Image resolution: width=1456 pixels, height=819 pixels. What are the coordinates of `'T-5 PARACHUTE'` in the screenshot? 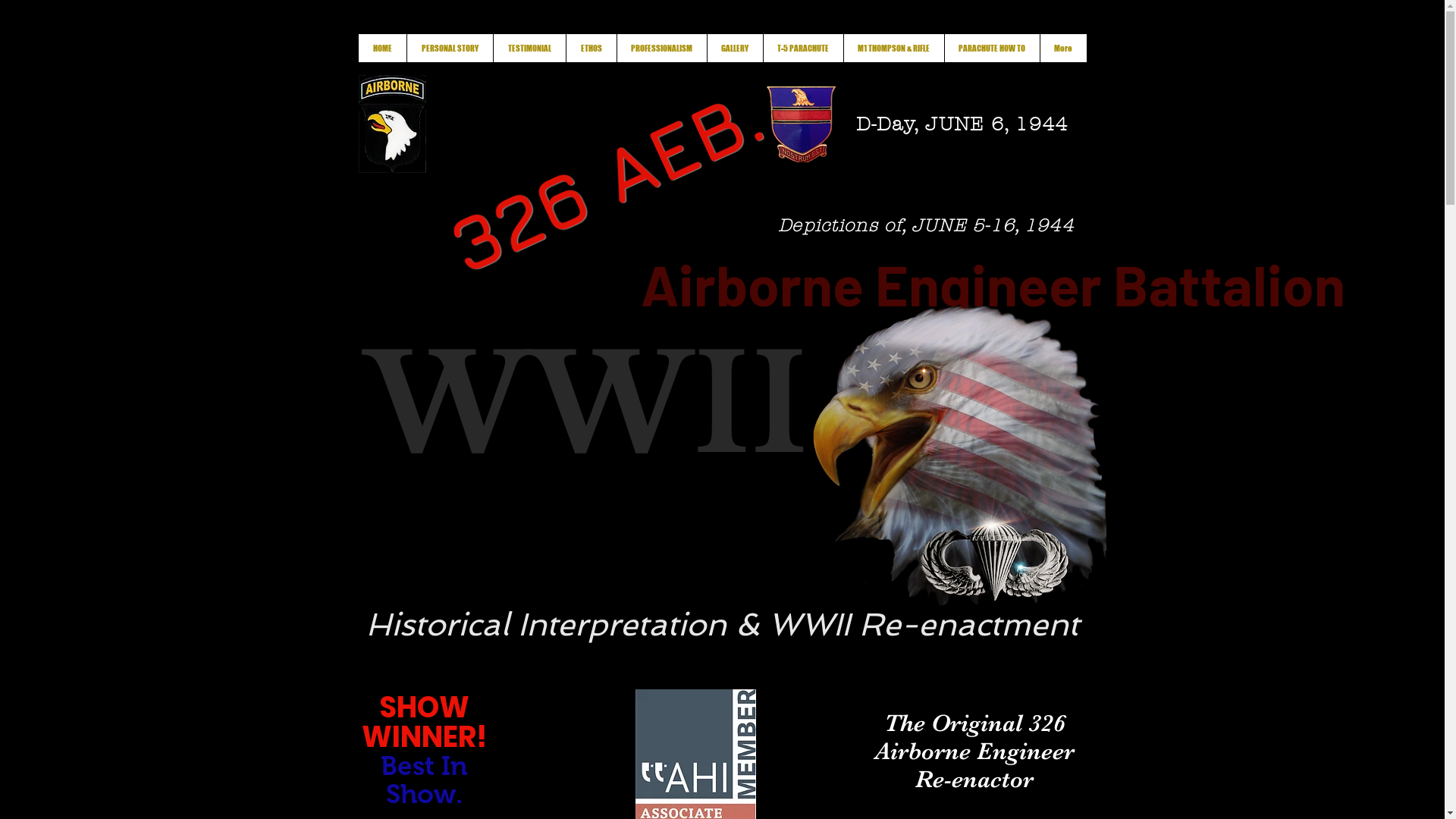 It's located at (802, 47).